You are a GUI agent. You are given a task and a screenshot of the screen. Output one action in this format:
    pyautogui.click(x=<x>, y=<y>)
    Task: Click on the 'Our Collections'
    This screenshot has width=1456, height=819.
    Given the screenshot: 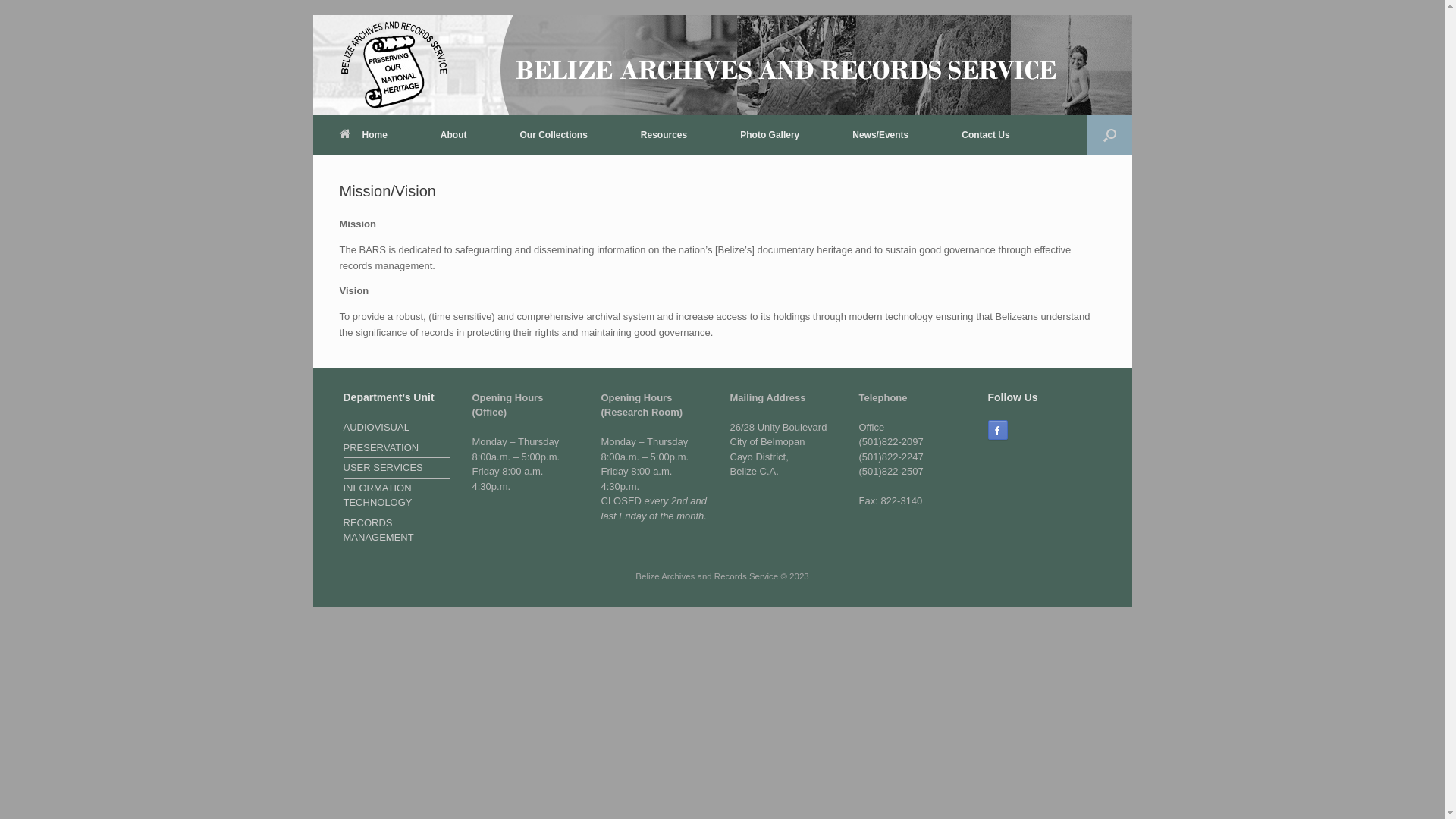 What is the action you would take?
    pyautogui.click(x=492, y=133)
    